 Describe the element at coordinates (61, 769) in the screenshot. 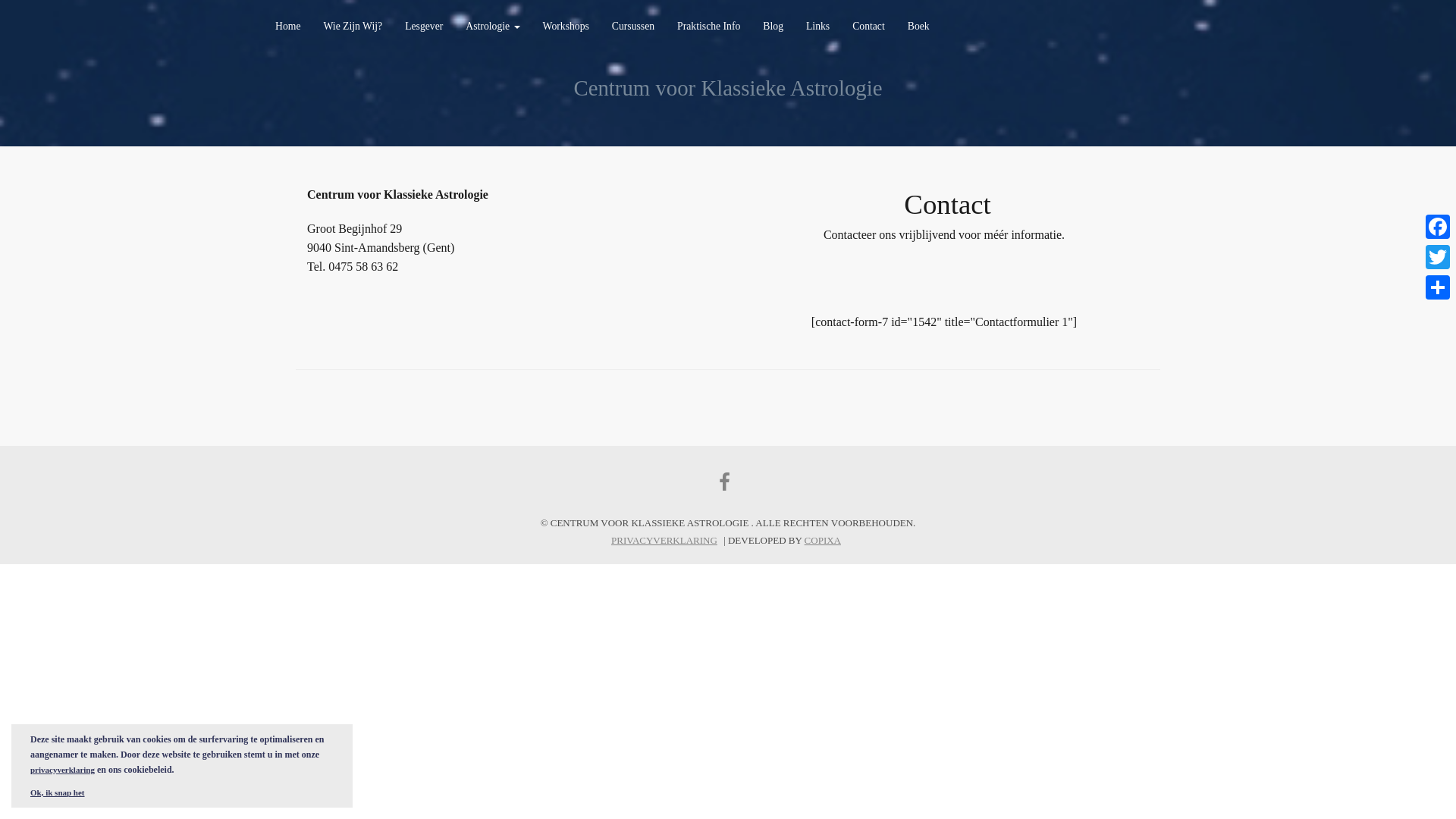

I see `'privacyverklaring'` at that location.